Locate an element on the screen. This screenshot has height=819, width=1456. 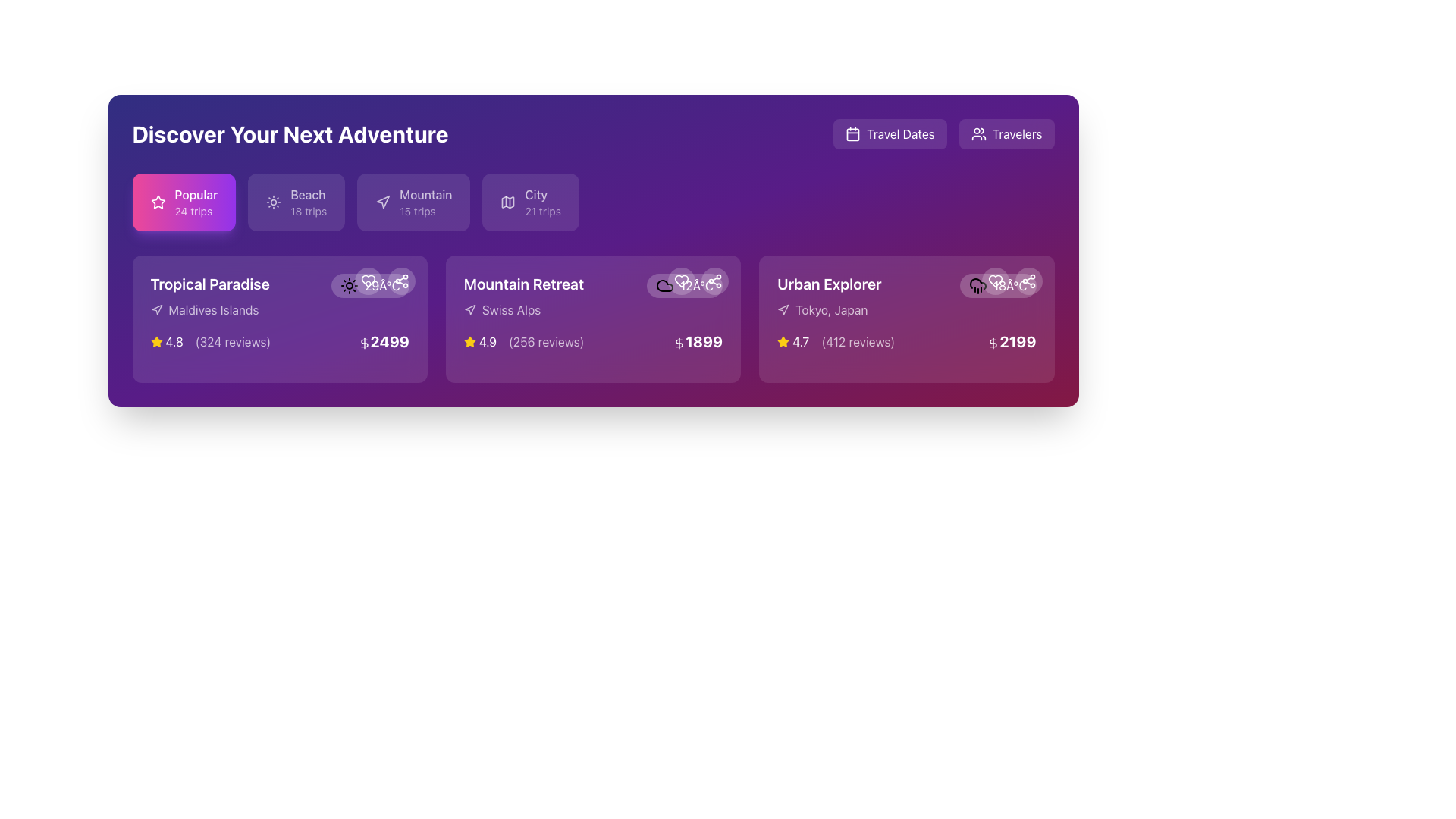
the star-shaped icon with a yellow fill located in the 'Tropical Paradise' section of travel packages, which indicates a rating system is located at coordinates (469, 341).